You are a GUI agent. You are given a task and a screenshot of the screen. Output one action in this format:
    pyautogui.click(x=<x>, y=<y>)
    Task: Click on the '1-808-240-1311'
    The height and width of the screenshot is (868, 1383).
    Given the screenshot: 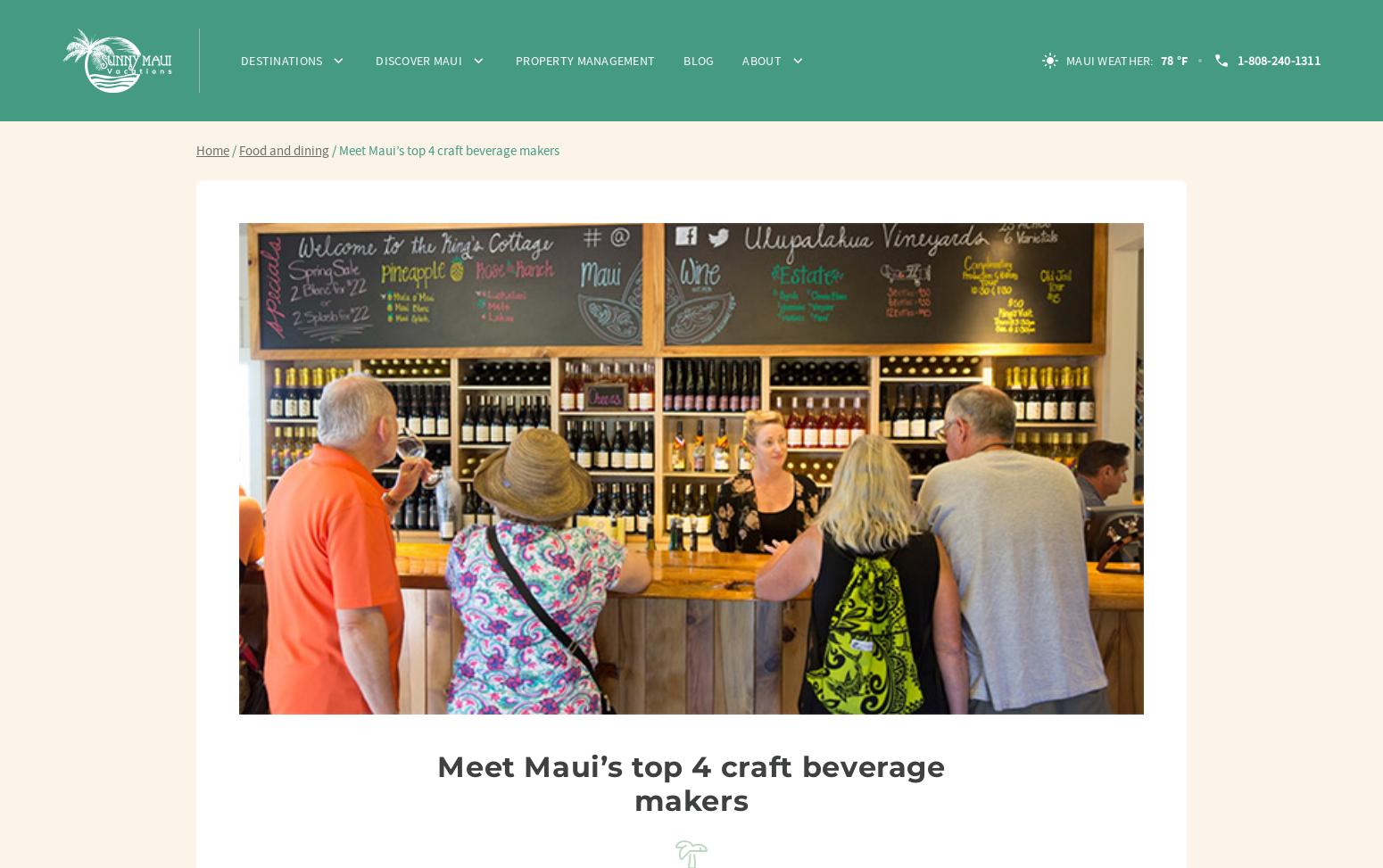 What is the action you would take?
    pyautogui.click(x=1278, y=60)
    